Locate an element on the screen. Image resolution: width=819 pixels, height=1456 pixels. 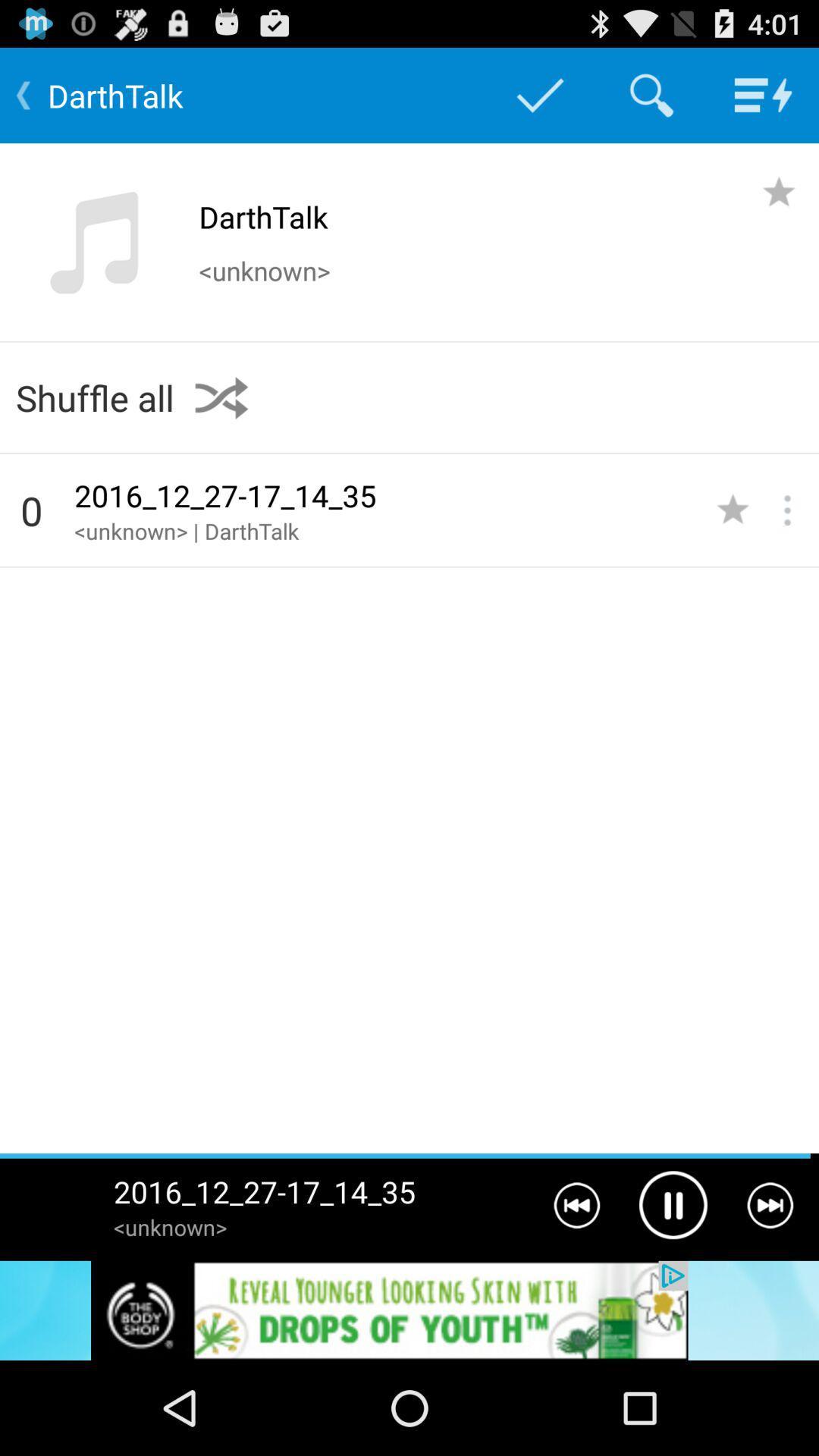
the menu icon is located at coordinates (763, 101).